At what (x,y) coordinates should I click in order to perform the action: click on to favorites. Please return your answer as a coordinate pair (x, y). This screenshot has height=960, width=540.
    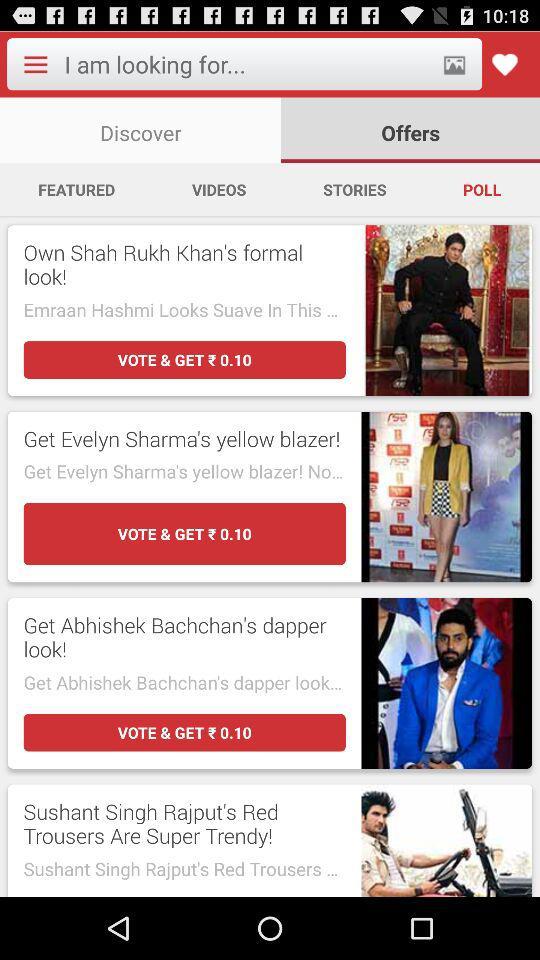
    Looking at the image, I should click on (503, 64).